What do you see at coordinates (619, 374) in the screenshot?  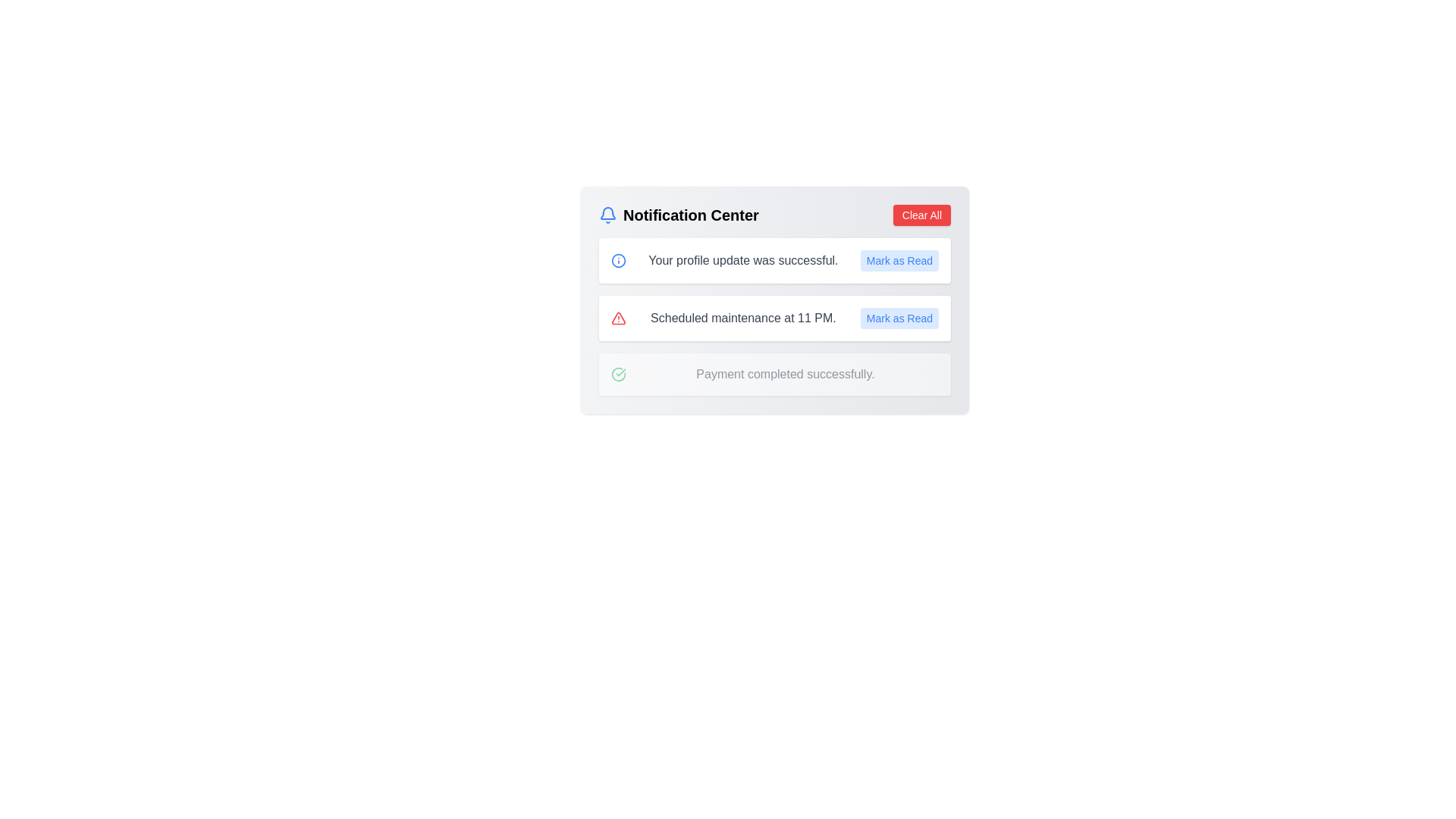 I see `the 'Payment completed successfully' icon located at the bottom of the notification box in the 'Notification Center'` at bounding box center [619, 374].